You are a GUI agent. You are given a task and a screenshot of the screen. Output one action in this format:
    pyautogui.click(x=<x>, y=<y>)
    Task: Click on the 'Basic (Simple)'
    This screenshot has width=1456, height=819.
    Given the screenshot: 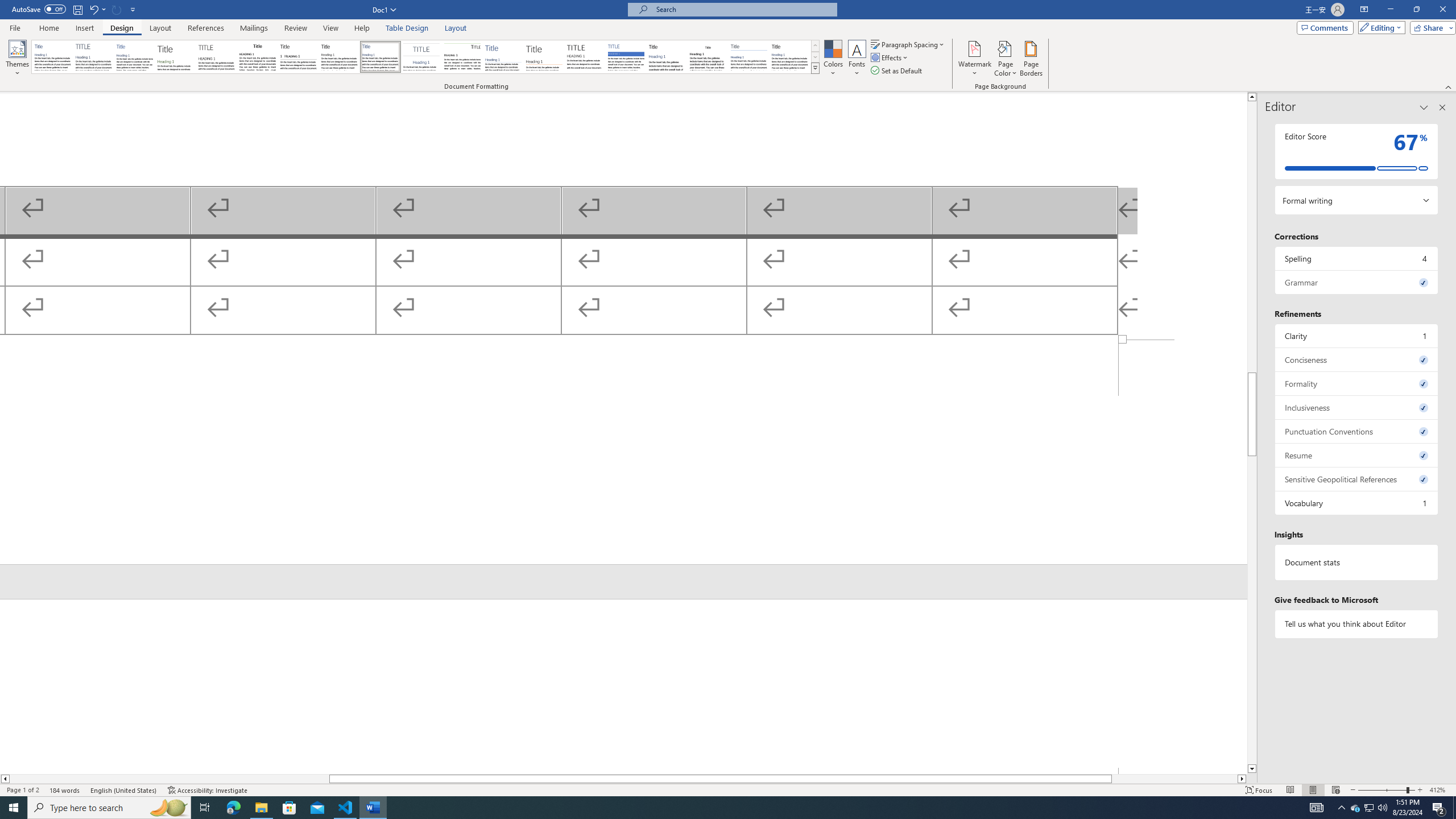 What is the action you would take?
    pyautogui.click(x=135, y=56)
    